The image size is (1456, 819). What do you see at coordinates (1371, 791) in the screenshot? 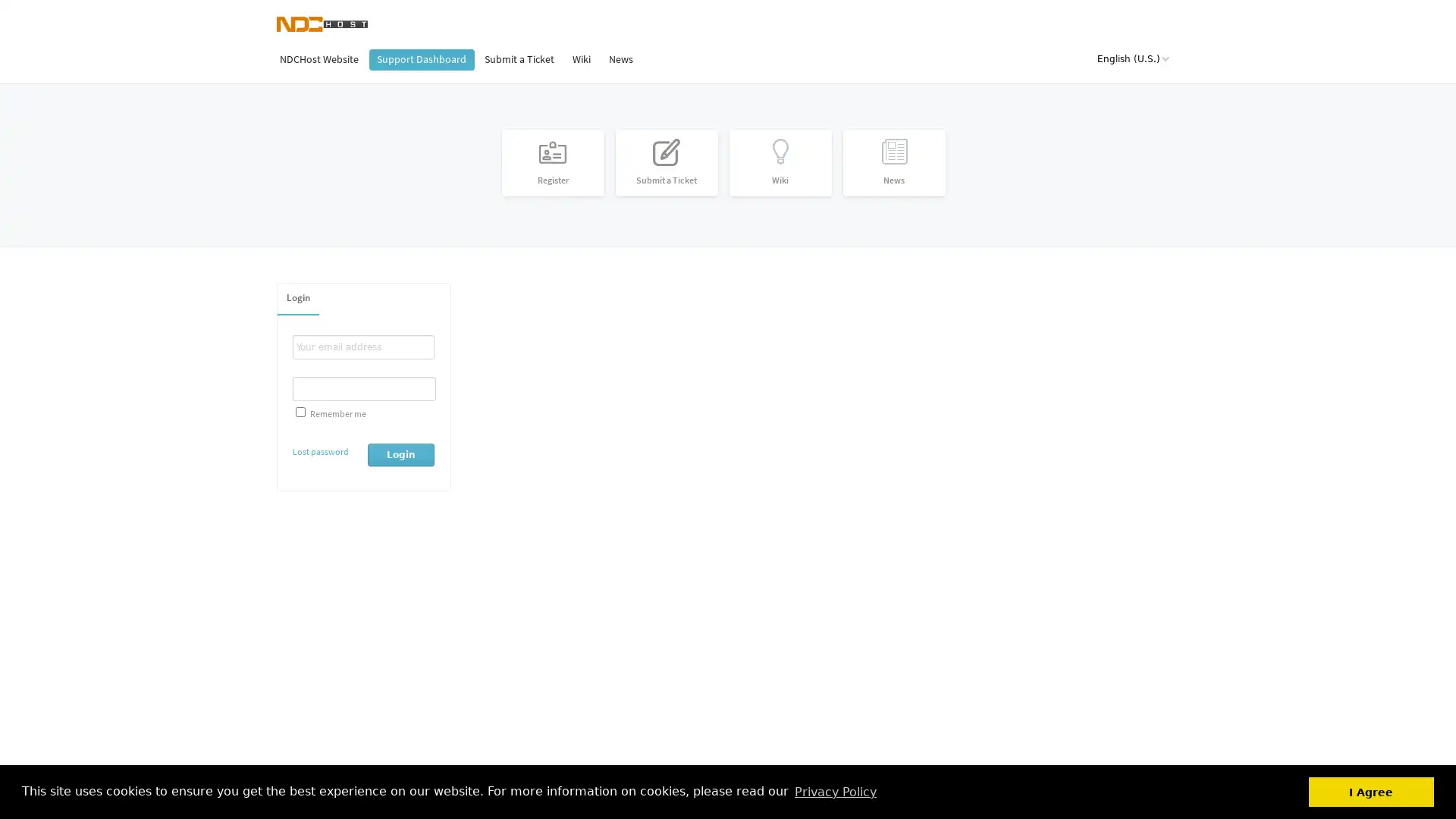
I see `dismiss cookie message` at bounding box center [1371, 791].